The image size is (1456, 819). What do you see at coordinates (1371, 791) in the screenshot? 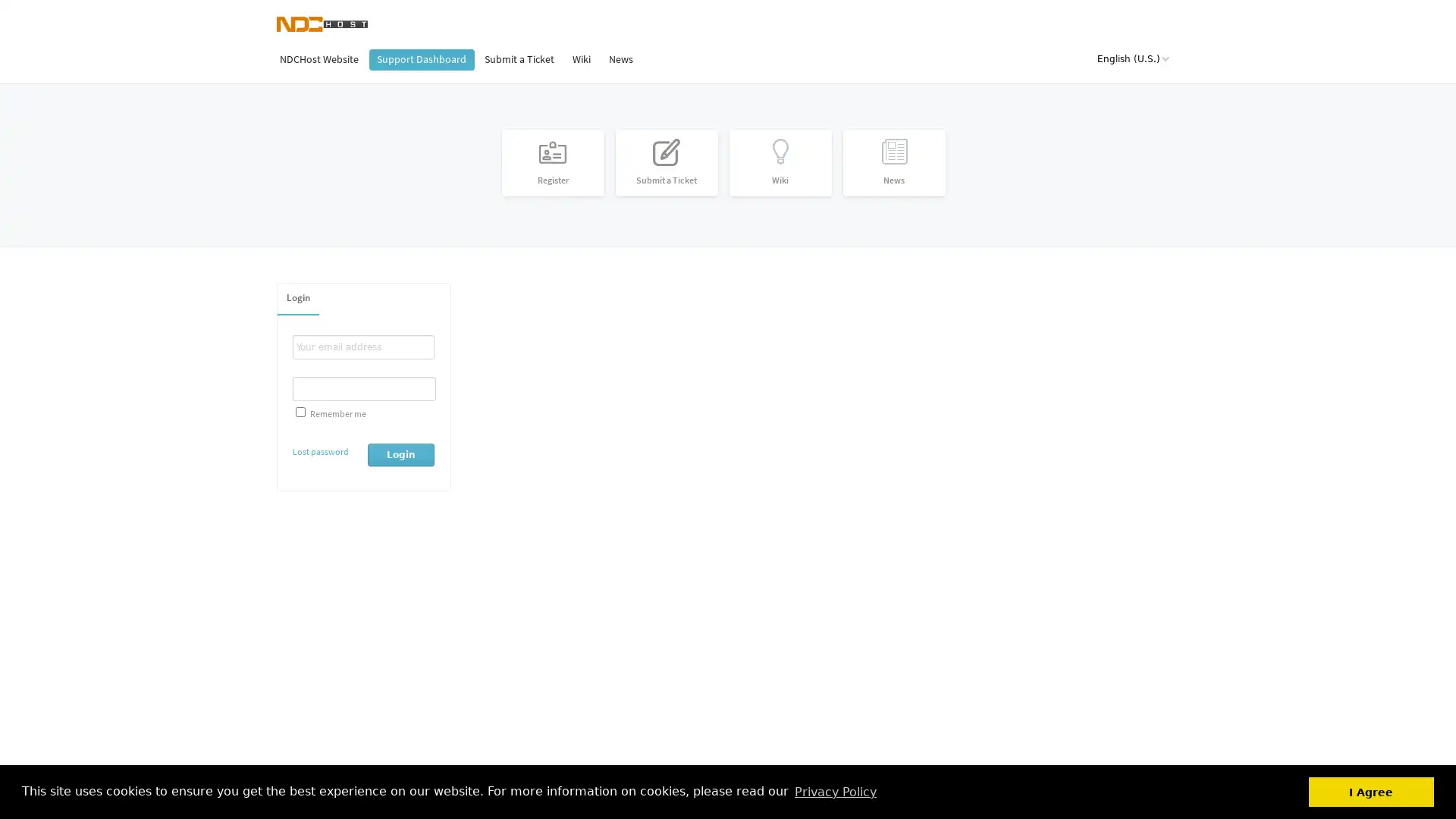
I see `dismiss cookie message` at bounding box center [1371, 791].